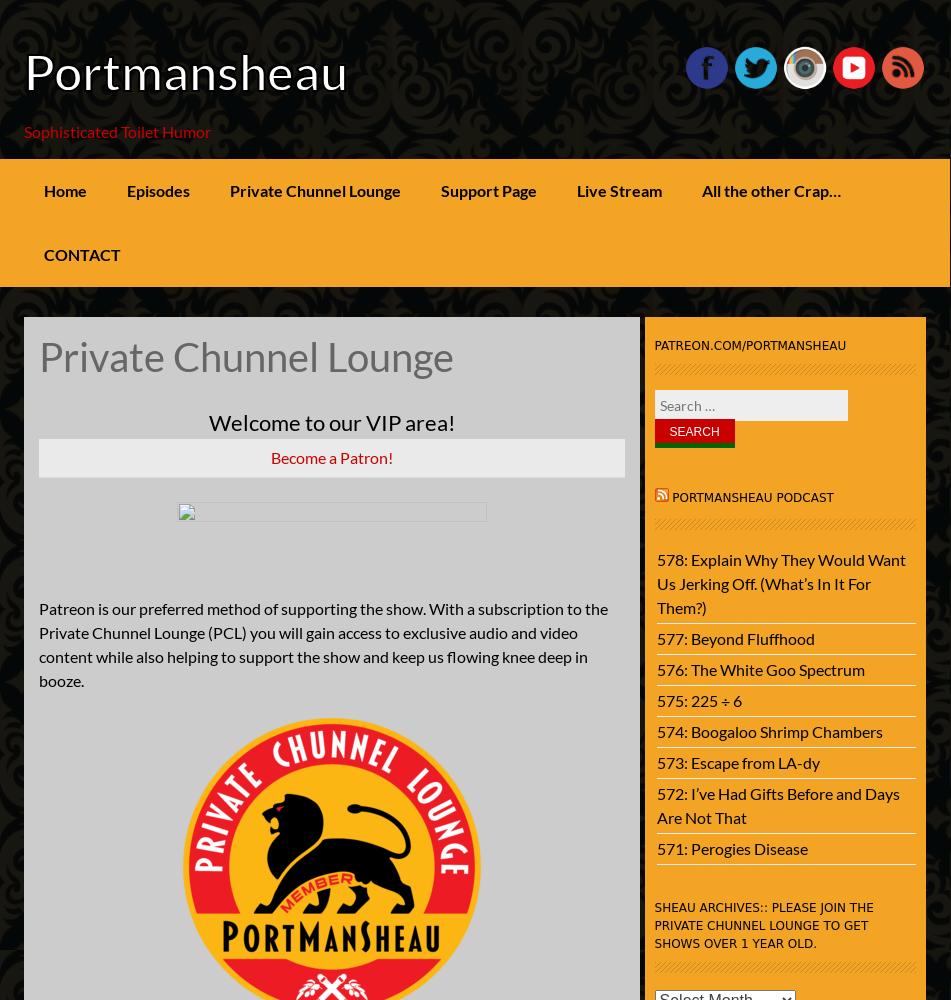 This screenshot has height=1000, width=951. Describe the element at coordinates (762, 926) in the screenshot. I see `'SHEAU Archives:: Please join the Private Chunnel Lounge to get shows over 1 year old.'` at that location.